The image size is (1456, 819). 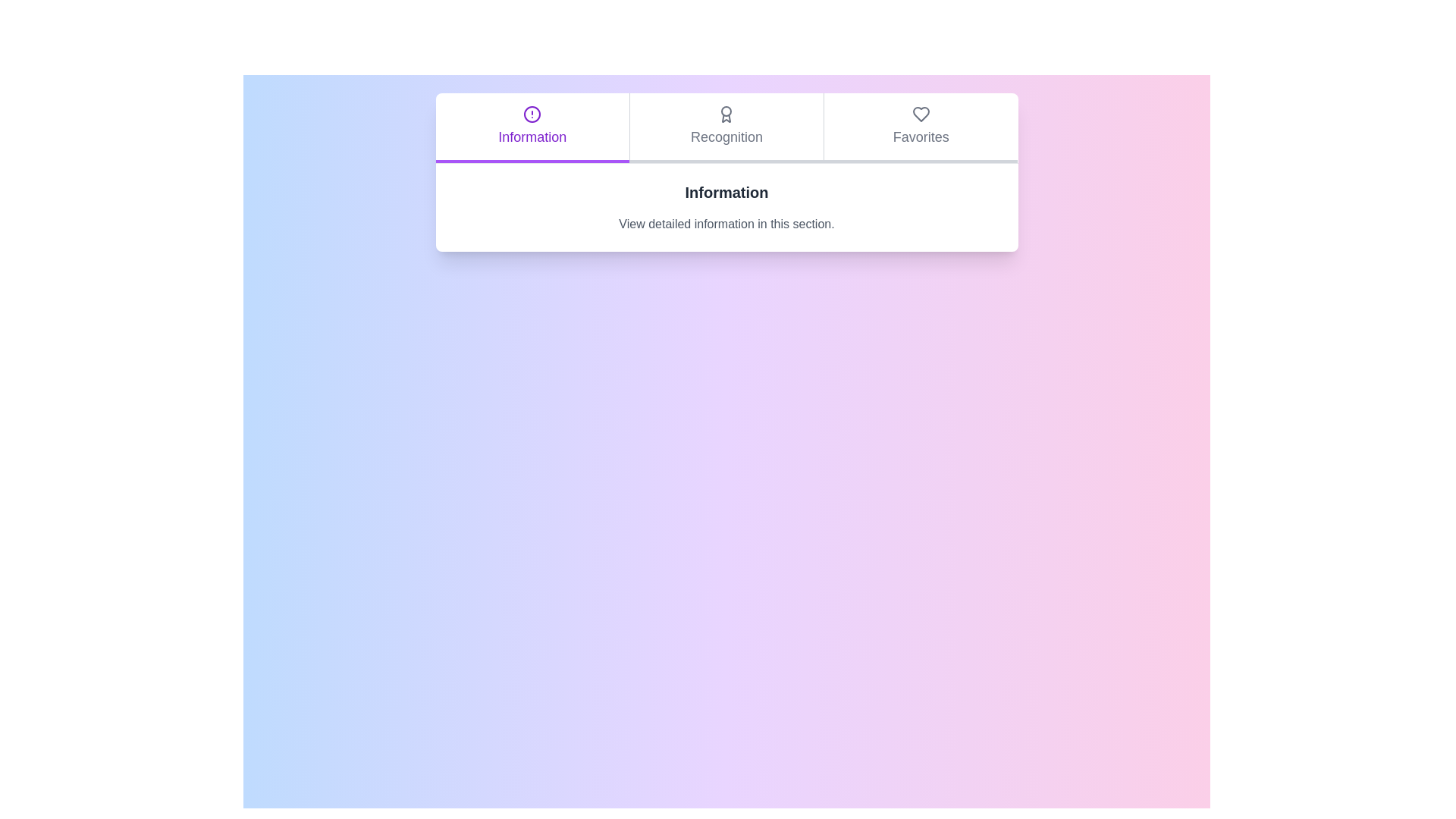 I want to click on the Information tab to observe the hover effect, so click(x=532, y=127).